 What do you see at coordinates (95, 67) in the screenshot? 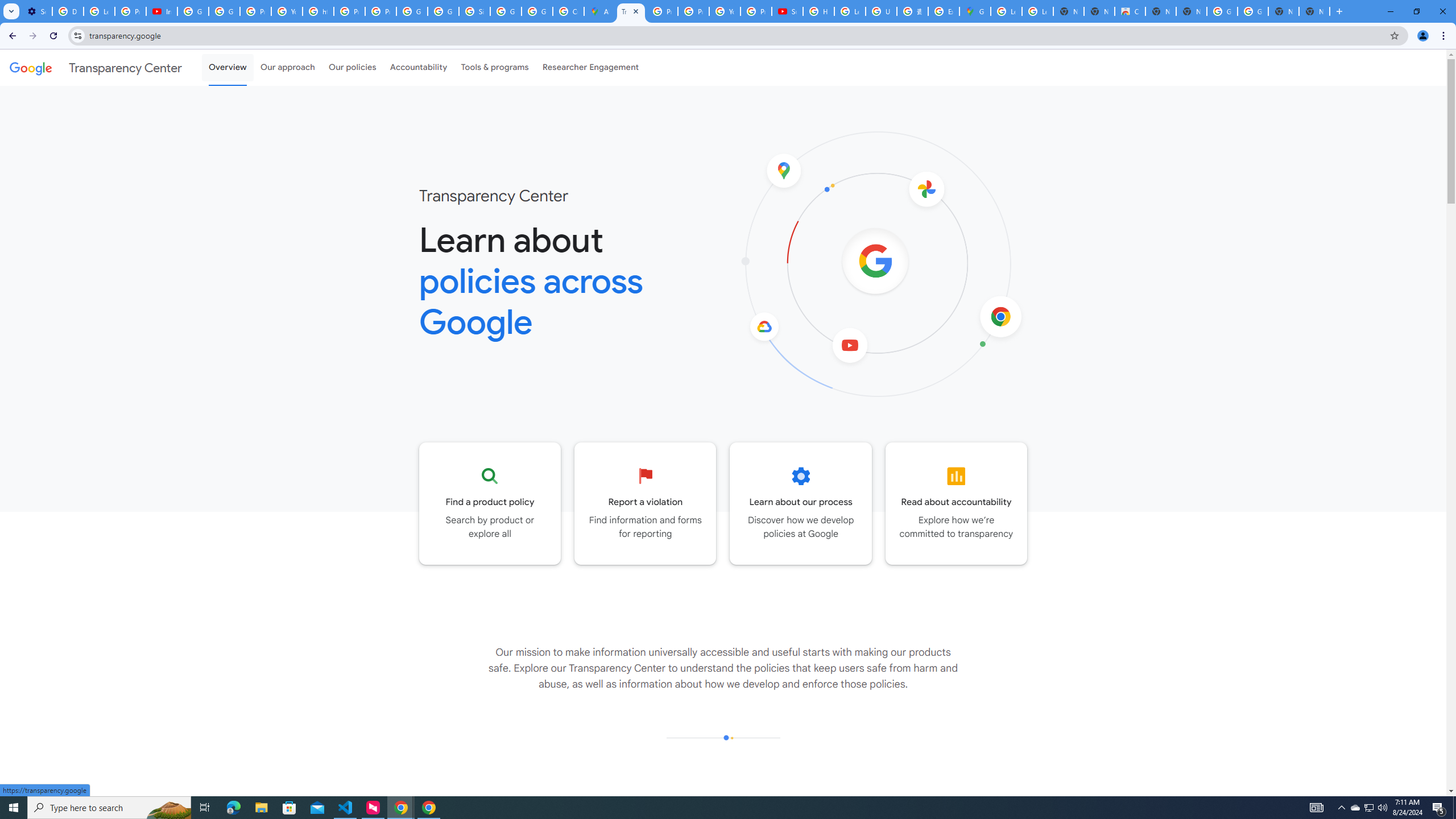
I see `'Transparency Center'` at bounding box center [95, 67].